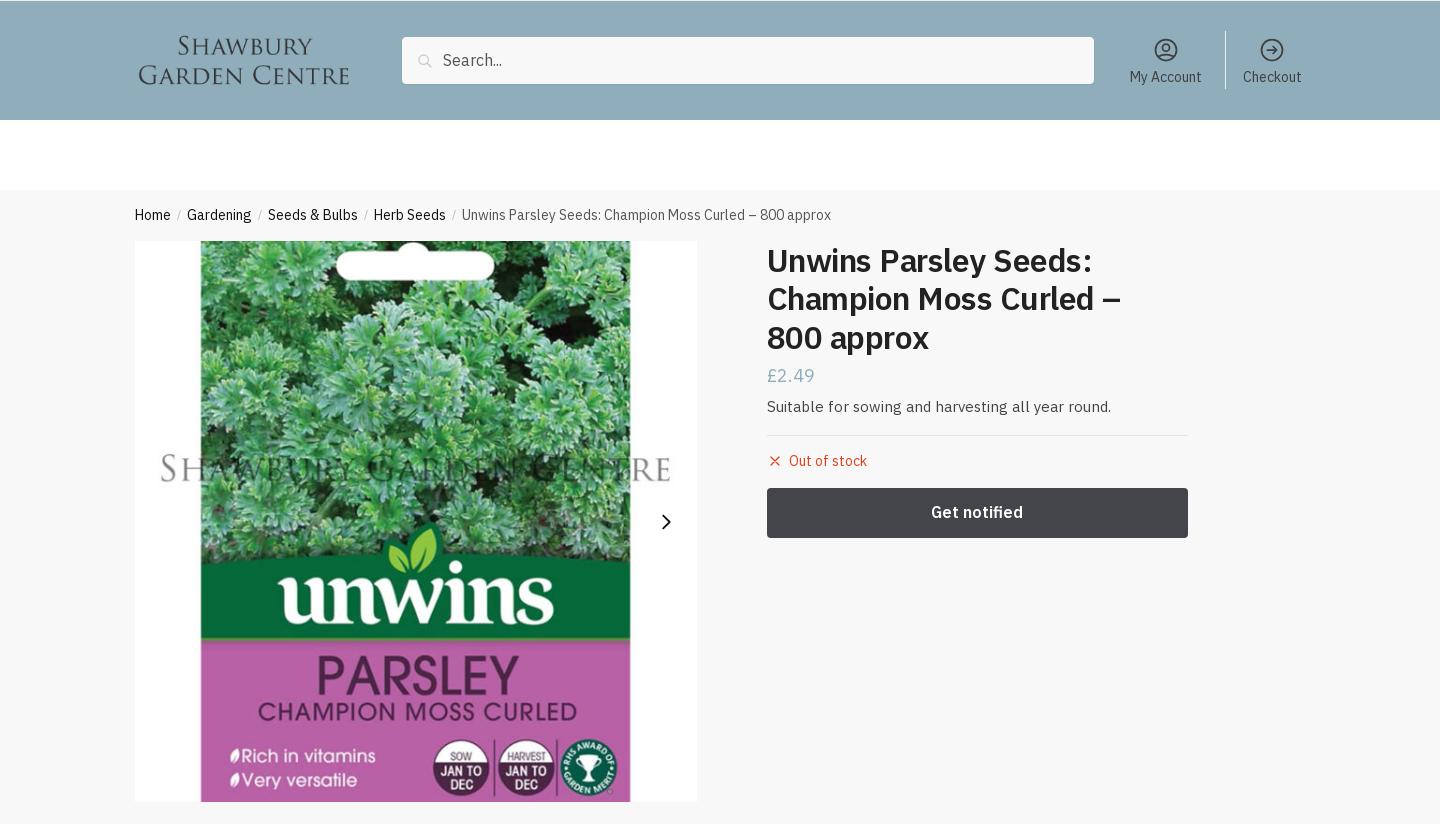 The width and height of the screenshot is (1440, 824). I want to click on 'Add to basket', so click(1167, 810).